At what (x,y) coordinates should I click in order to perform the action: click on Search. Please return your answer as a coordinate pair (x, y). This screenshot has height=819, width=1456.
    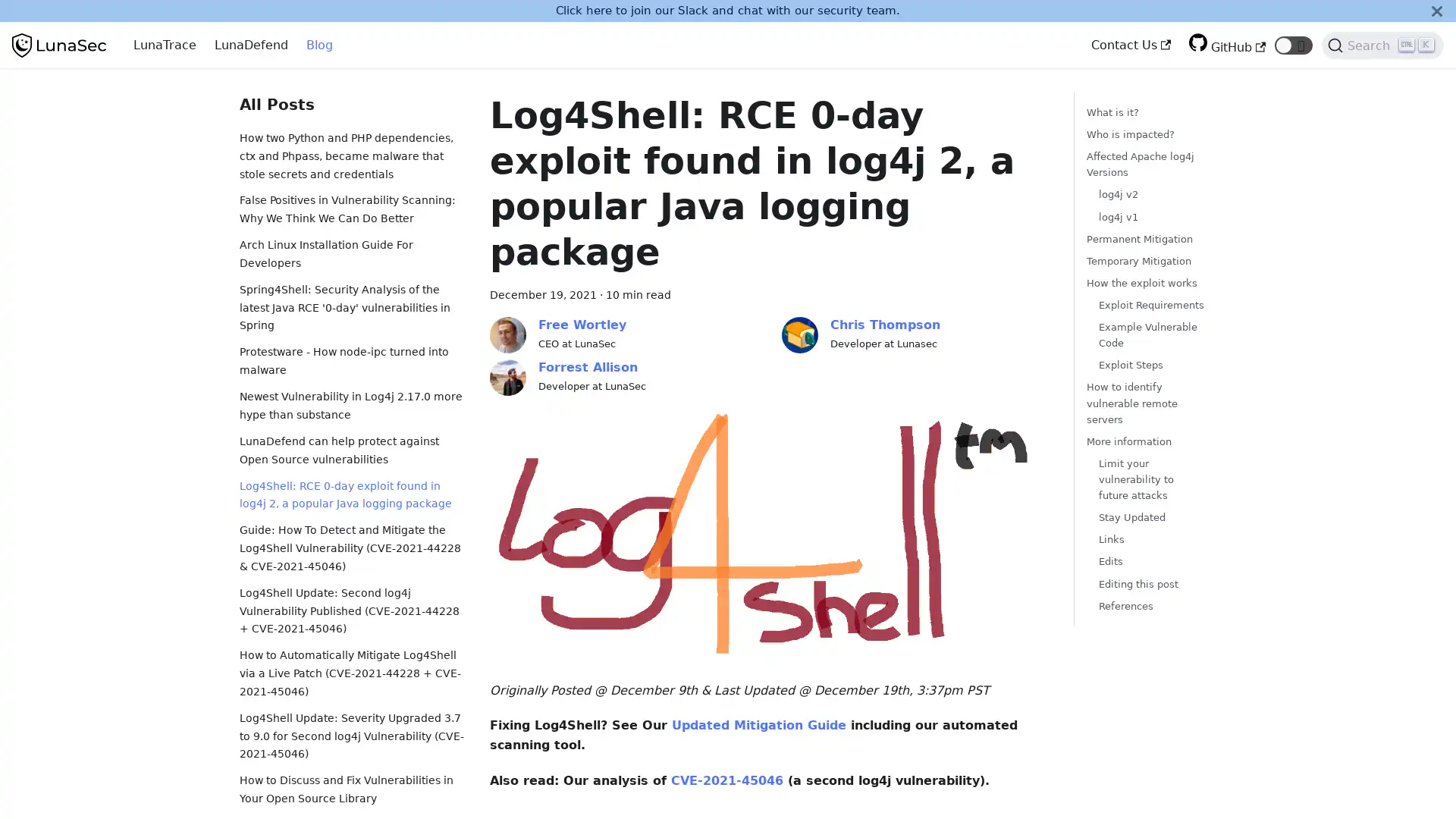
    Looking at the image, I should click on (1382, 45).